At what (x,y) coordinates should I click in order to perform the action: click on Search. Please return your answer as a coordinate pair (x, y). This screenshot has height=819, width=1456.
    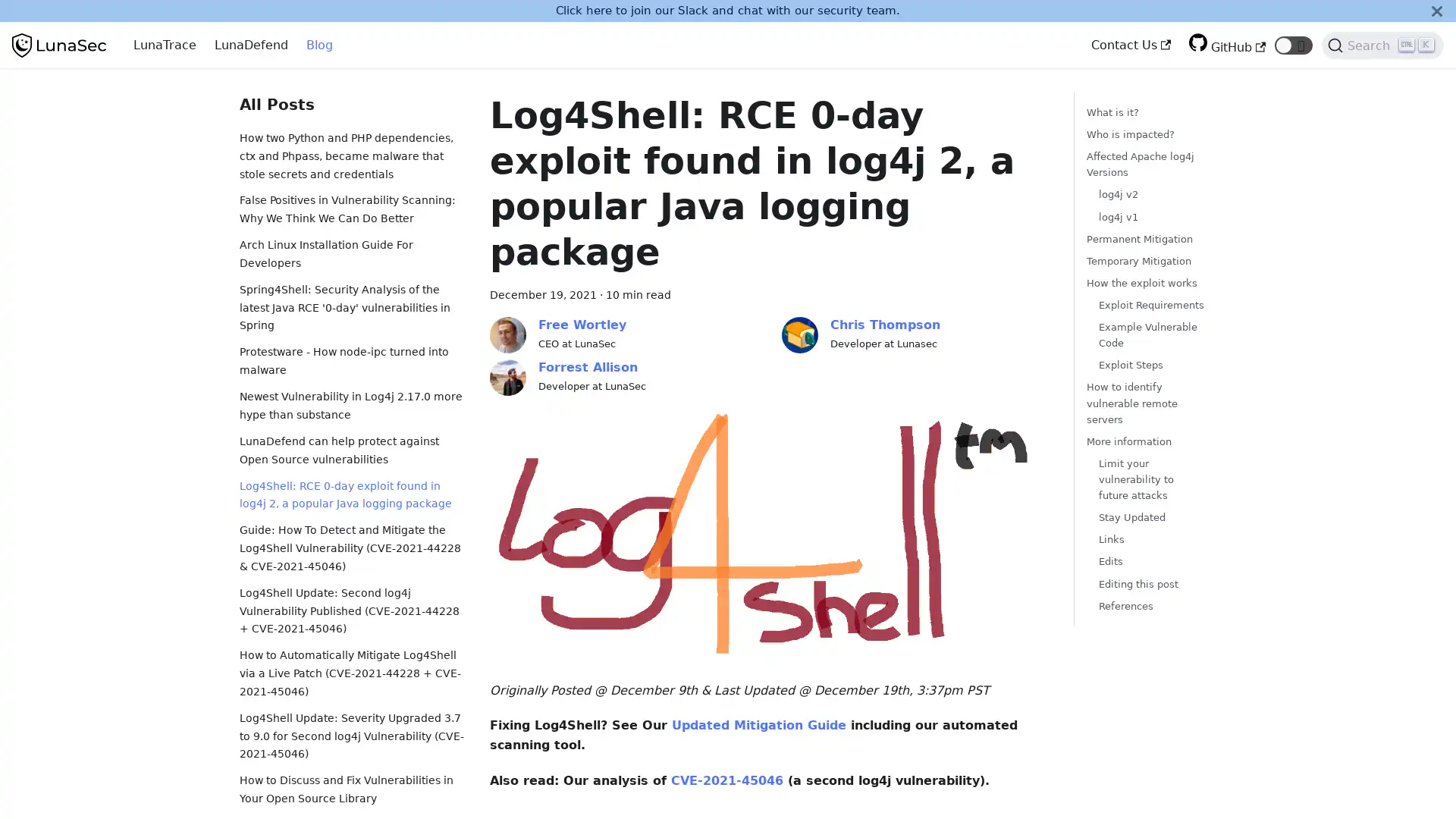
    Looking at the image, I should click on (1382, 45).